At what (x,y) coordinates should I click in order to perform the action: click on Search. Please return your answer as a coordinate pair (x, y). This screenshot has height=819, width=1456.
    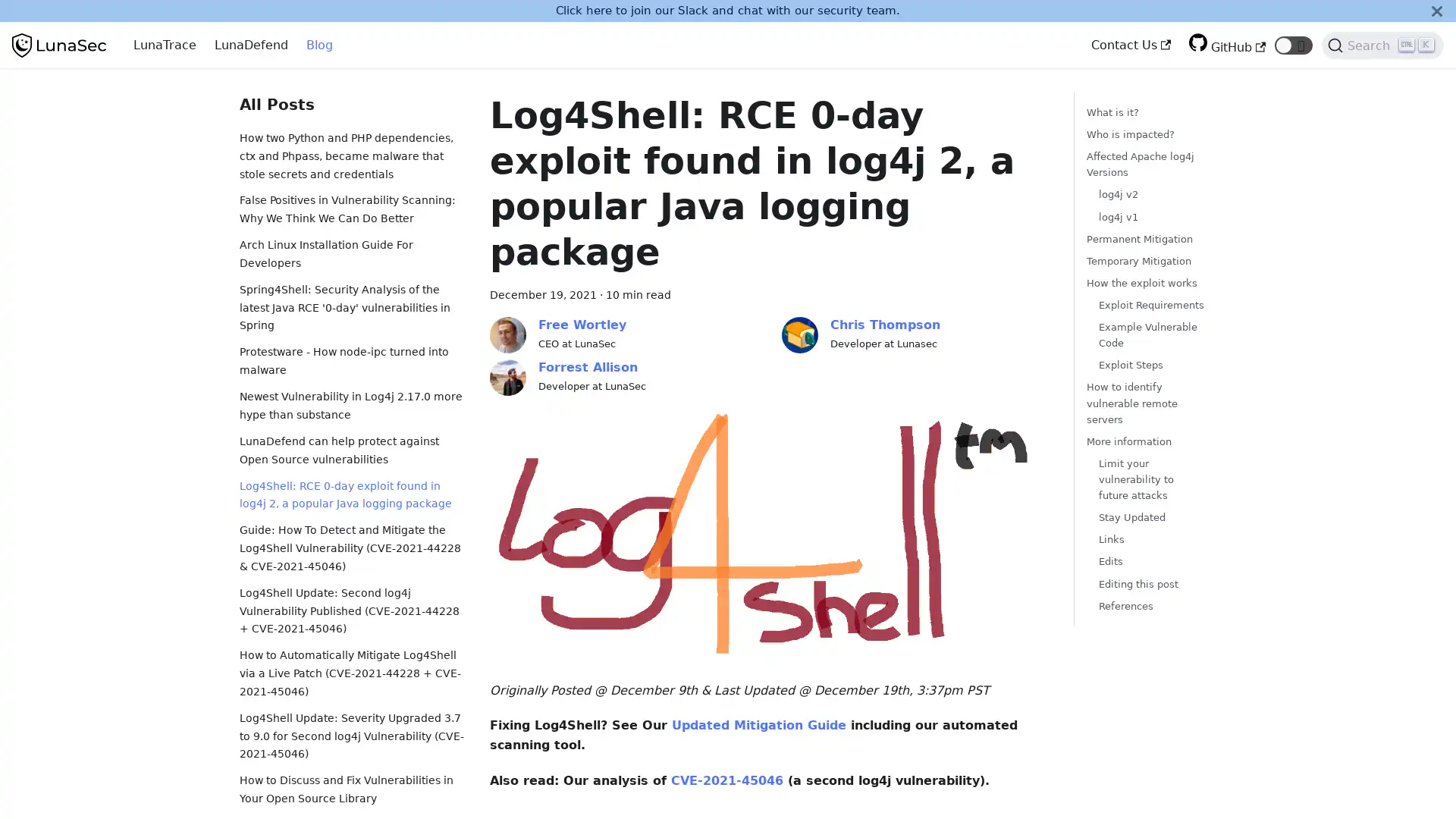
    Looking at the image, I should click on (1382, 45).